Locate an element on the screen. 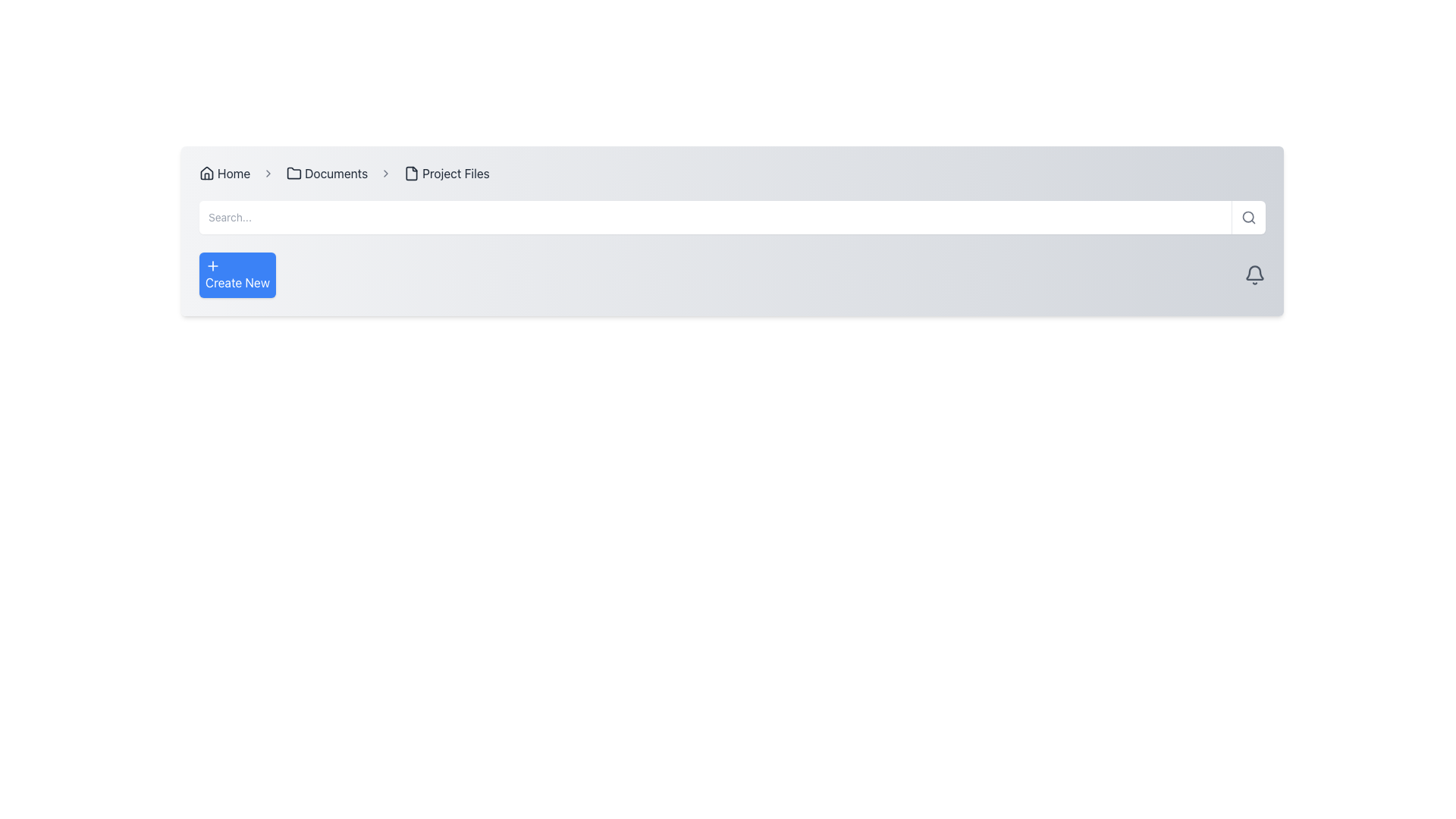 This screenshot has height=819, width=1456. the house-shaped icon in the breadcrumb navigation section, which is located to the left of the 'Home' text label is located at coordinates (206, 172).